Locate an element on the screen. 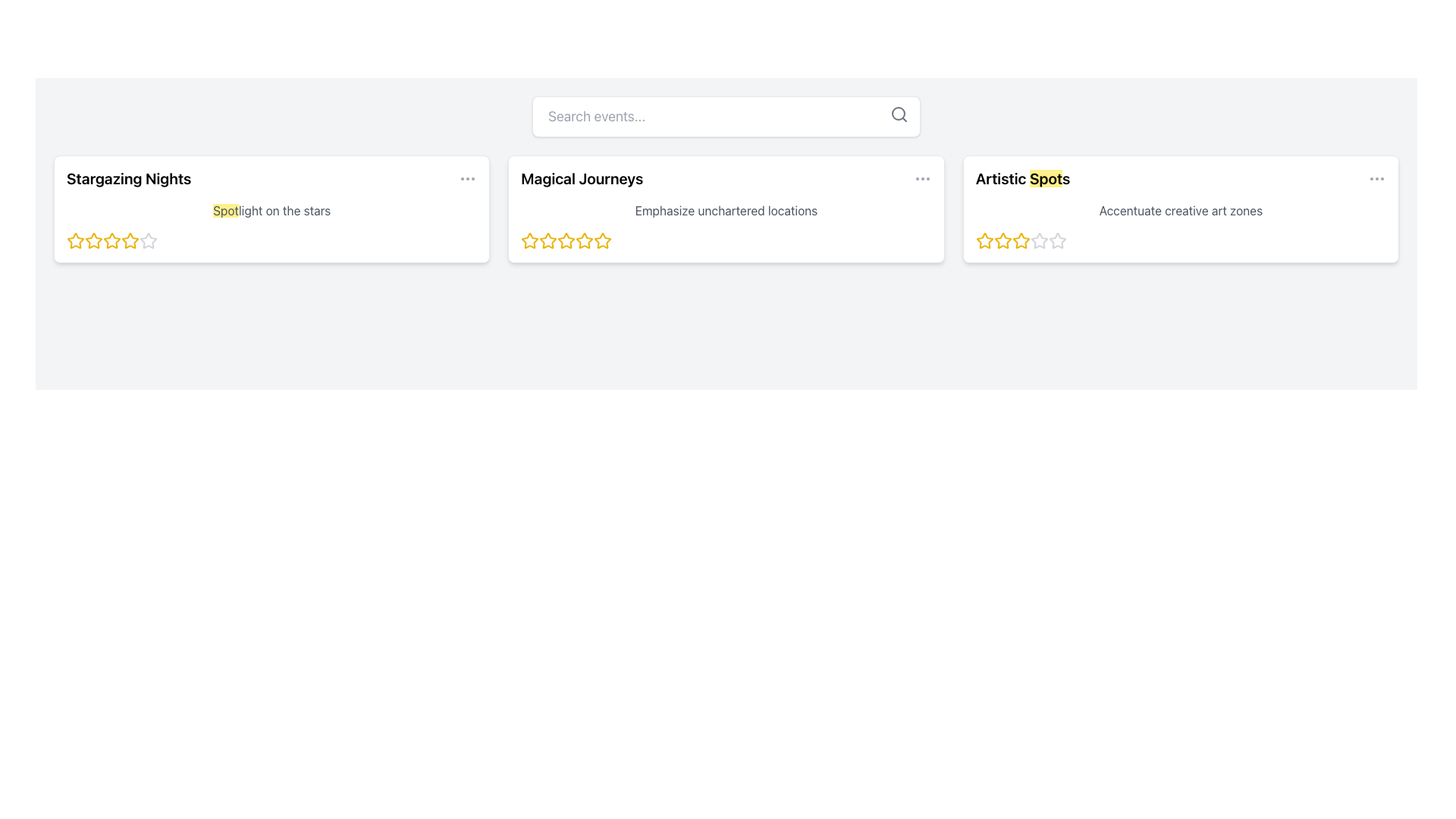 This screenshot has width=1456, height=819. the third yellow outlined star icon in the 'Artistic Spots' card is located at coordinates (1021, 240).